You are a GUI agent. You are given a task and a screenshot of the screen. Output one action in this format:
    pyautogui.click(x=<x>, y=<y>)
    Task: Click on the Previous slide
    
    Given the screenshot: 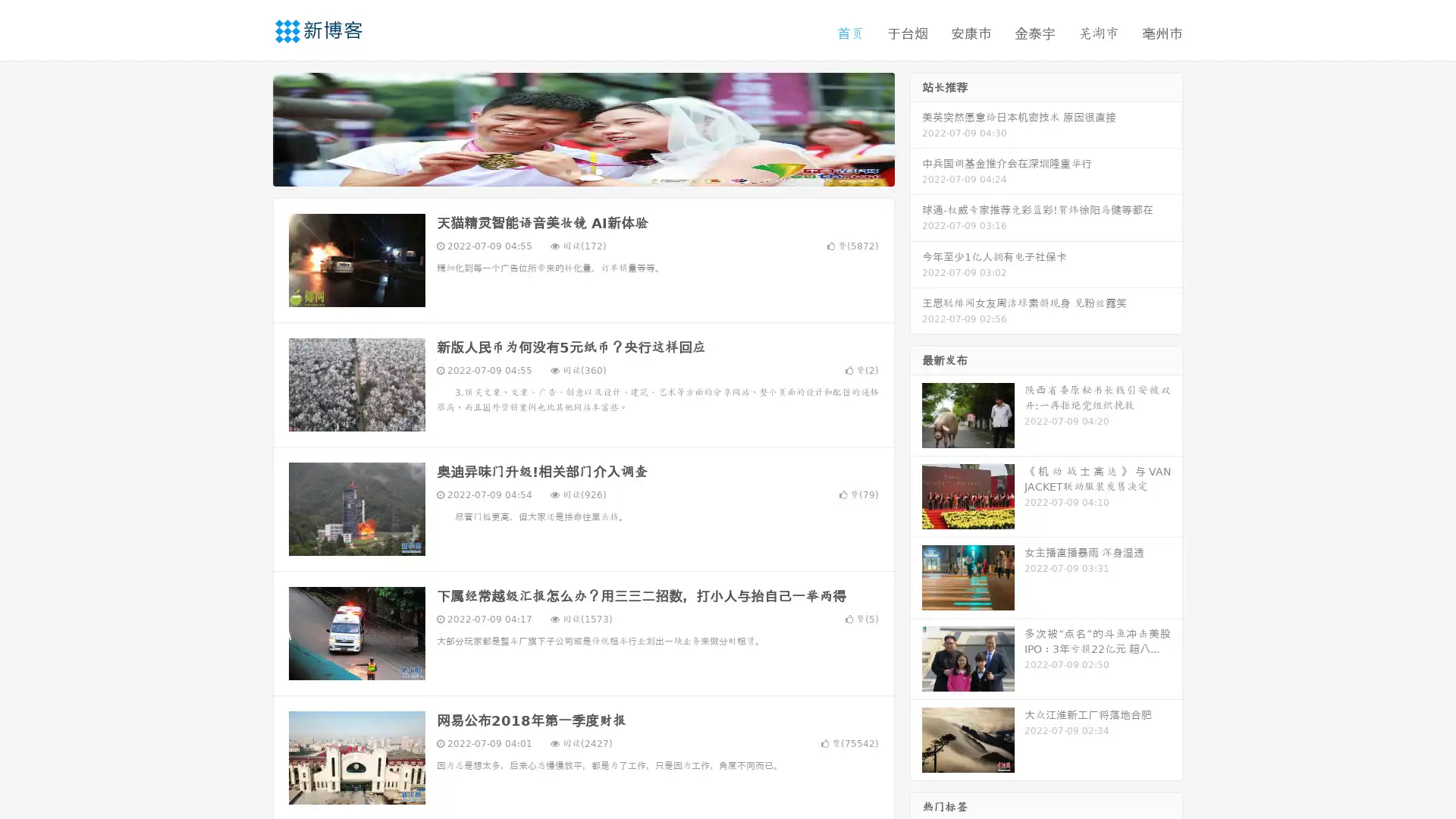 What is the action you would take?
    pyautogui.click(x=250, y=127)
    